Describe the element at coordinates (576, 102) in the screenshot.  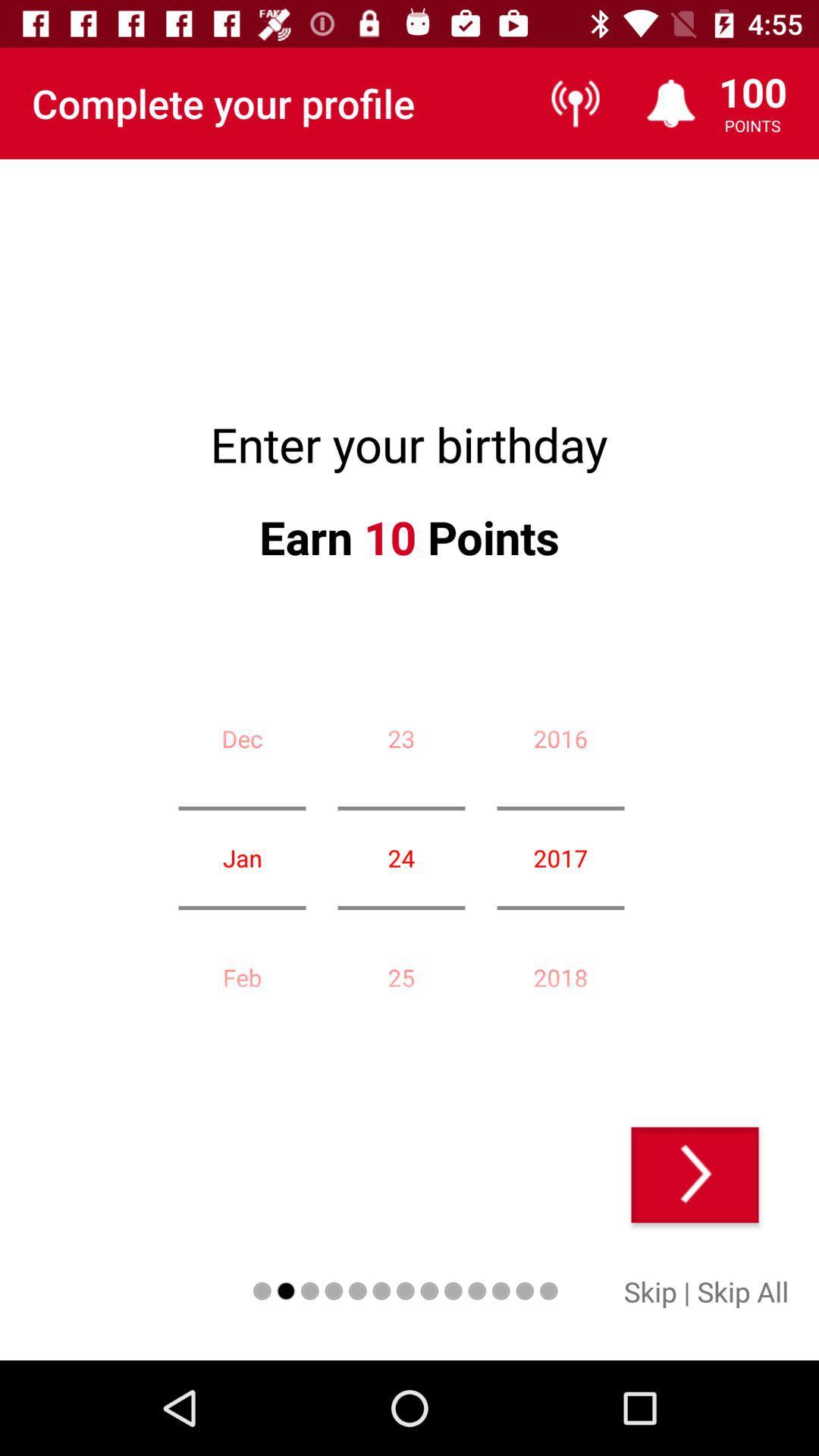
I see `icon beside bell symbol` at that location.